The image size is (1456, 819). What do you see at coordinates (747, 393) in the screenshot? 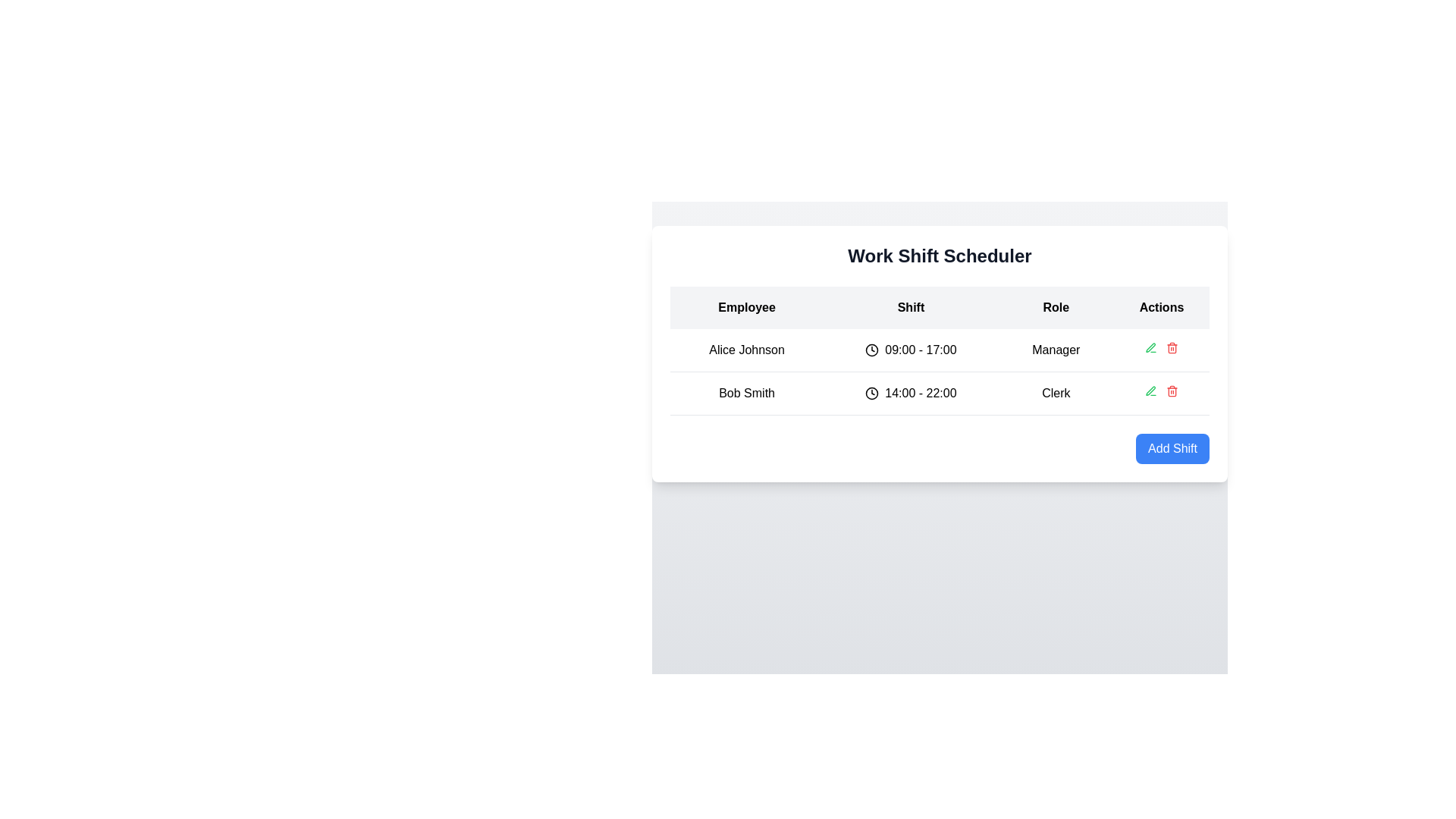
I see `the static text label displaying 'Bob Smith', located in the first column of the second row under the 'Employee' column in the employee schedule table` at bounding box center [747, 393].